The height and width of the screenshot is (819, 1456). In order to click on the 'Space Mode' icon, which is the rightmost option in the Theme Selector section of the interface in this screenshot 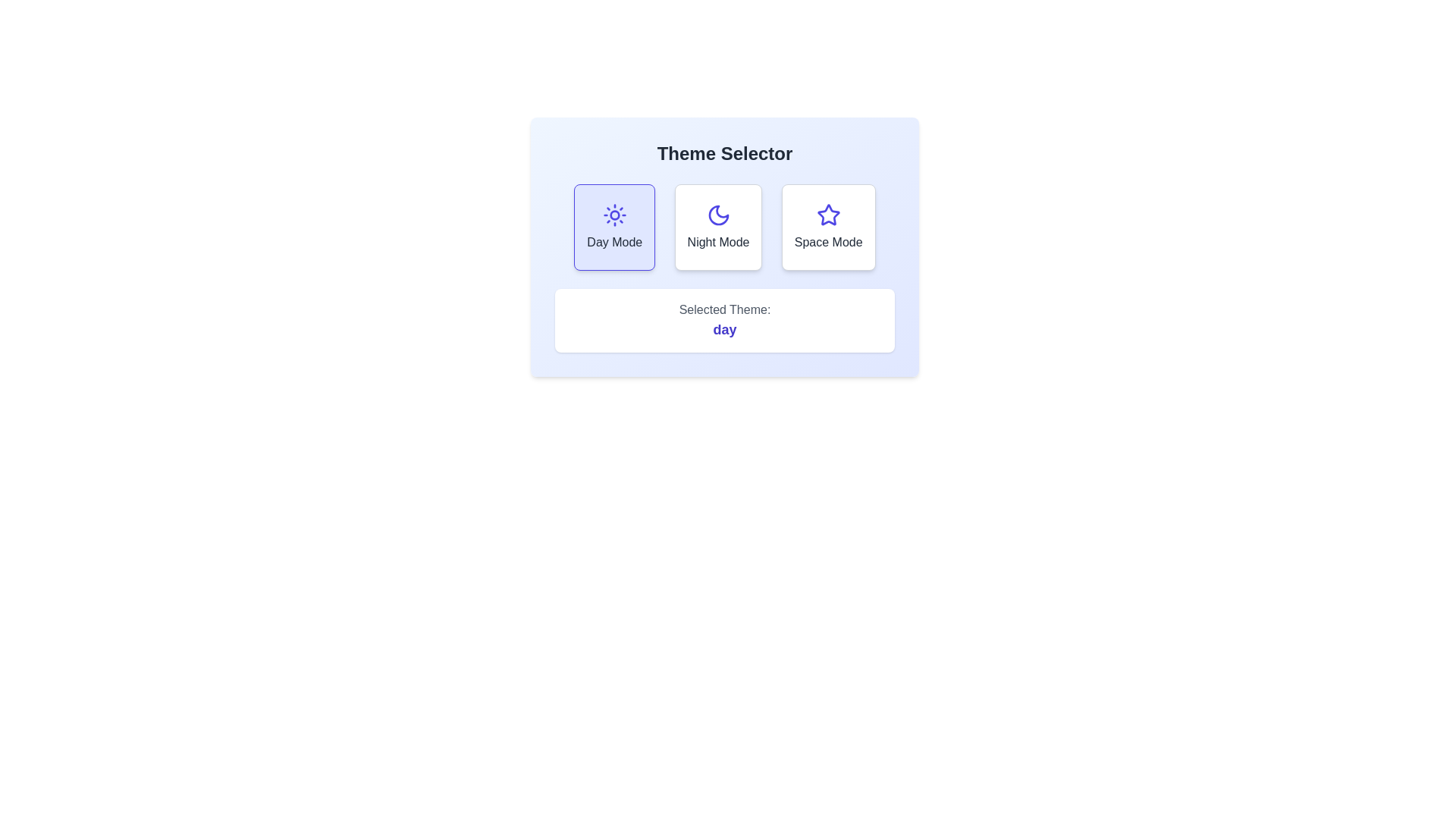, I will do `click(827, 215)`.